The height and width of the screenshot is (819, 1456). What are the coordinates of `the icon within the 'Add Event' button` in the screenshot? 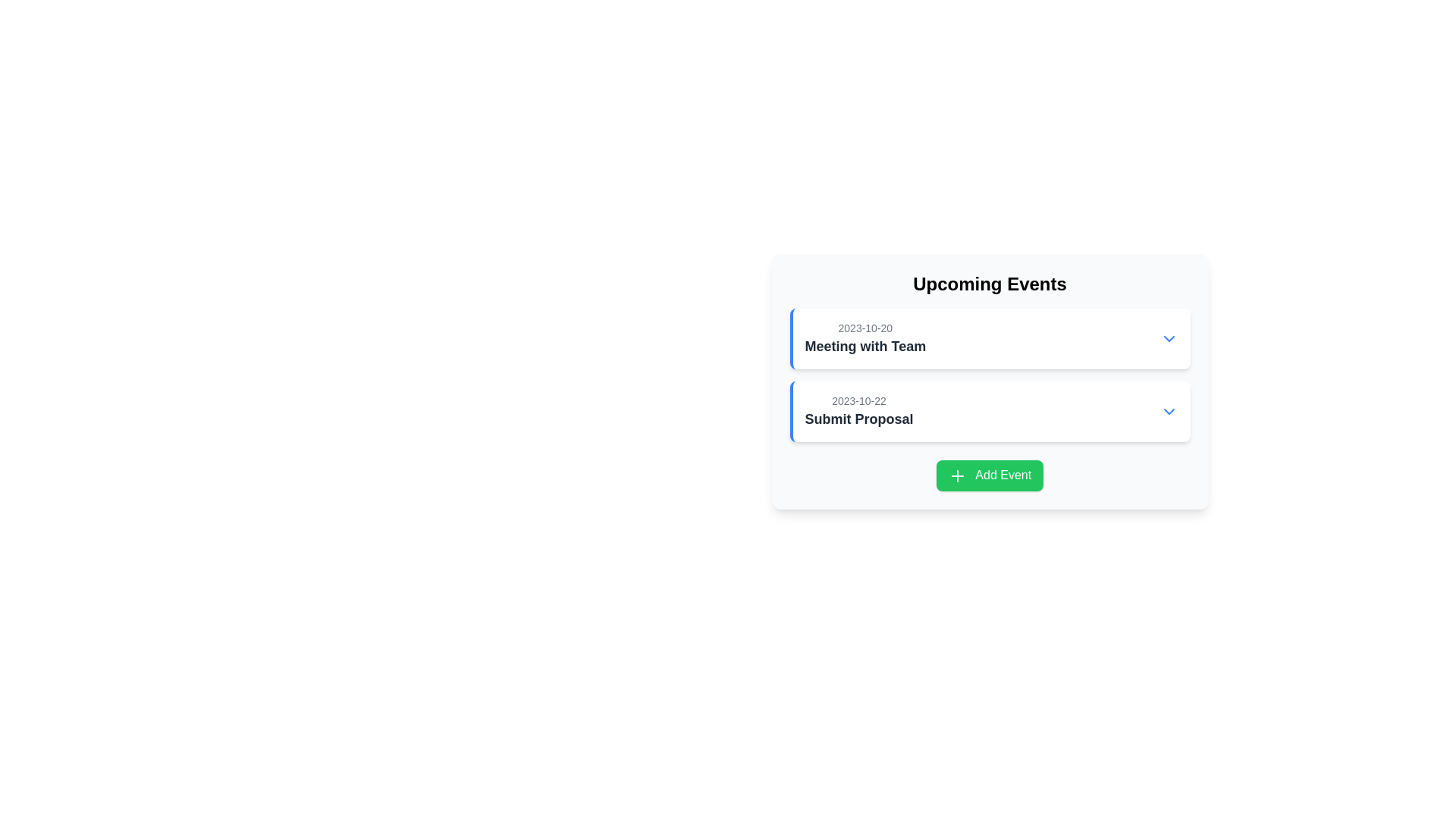 It's located at (956, 475).